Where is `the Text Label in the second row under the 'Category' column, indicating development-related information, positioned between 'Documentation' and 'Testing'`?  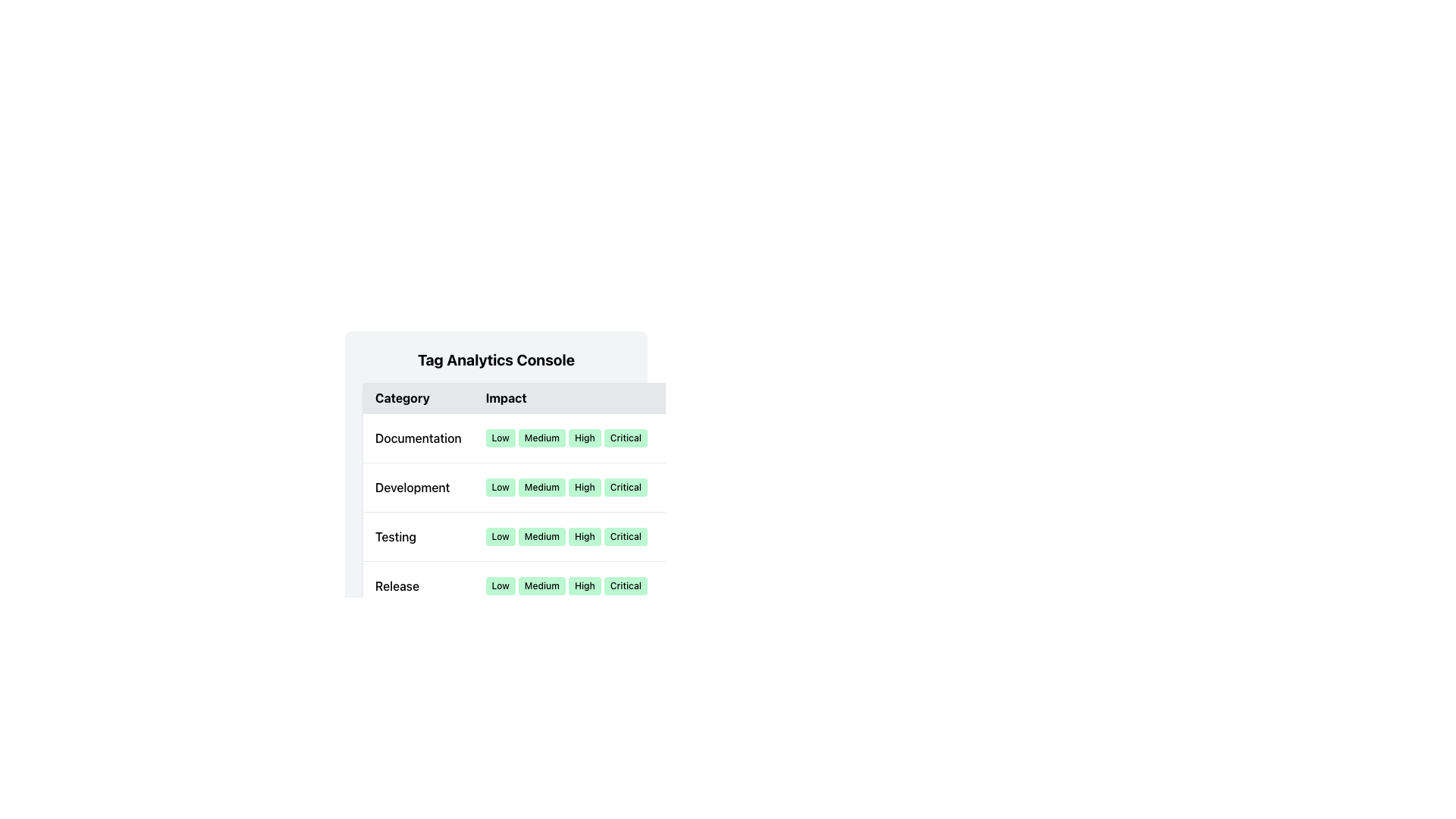 the Text Label in the second row under the 'Category' column, indicating development-related information, positioned between 'Documentation' and 'Testing' is located at coordinates (418, 488).